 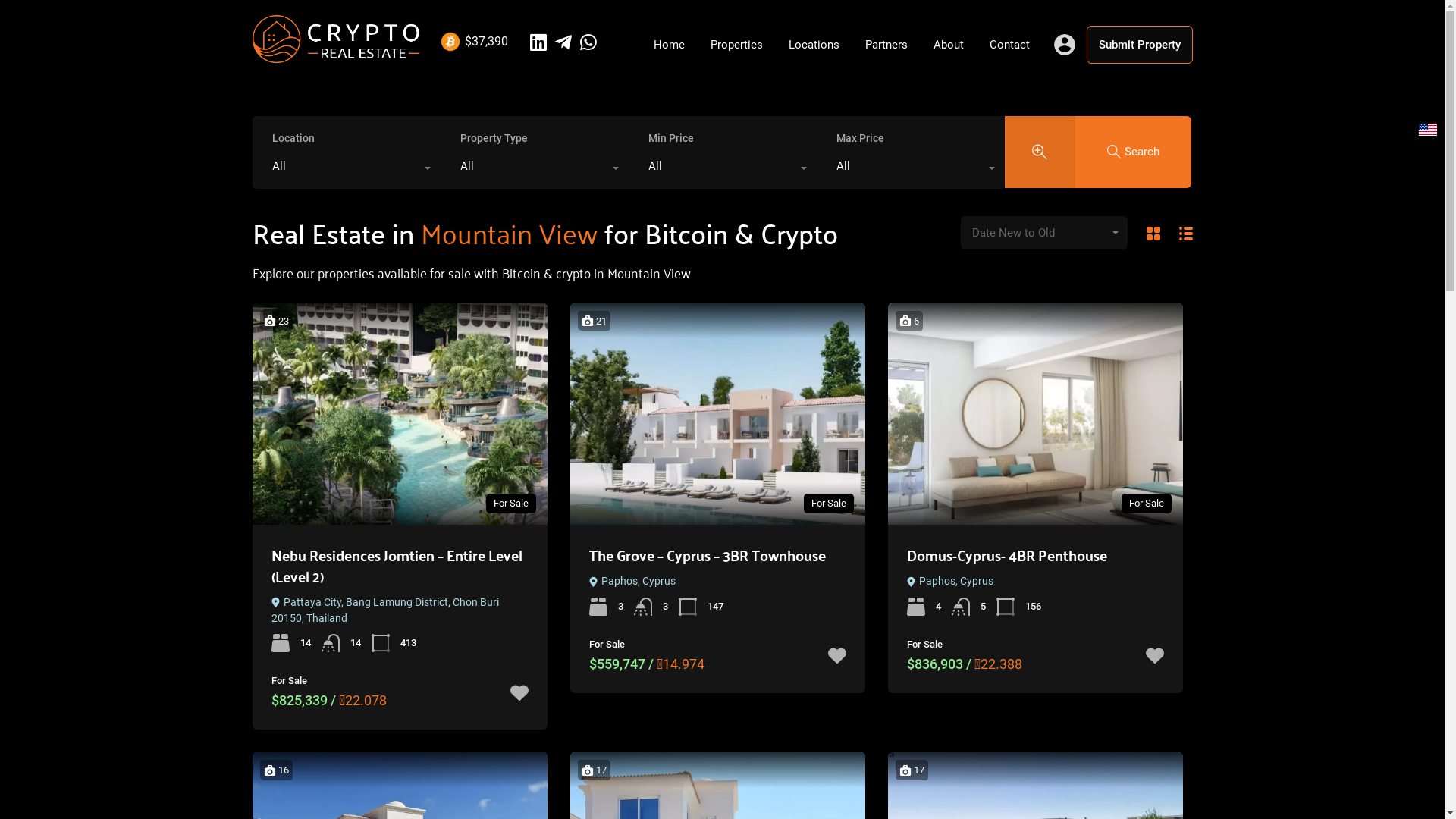 I want to click on 'Contact', so click(x=1009, y=43).